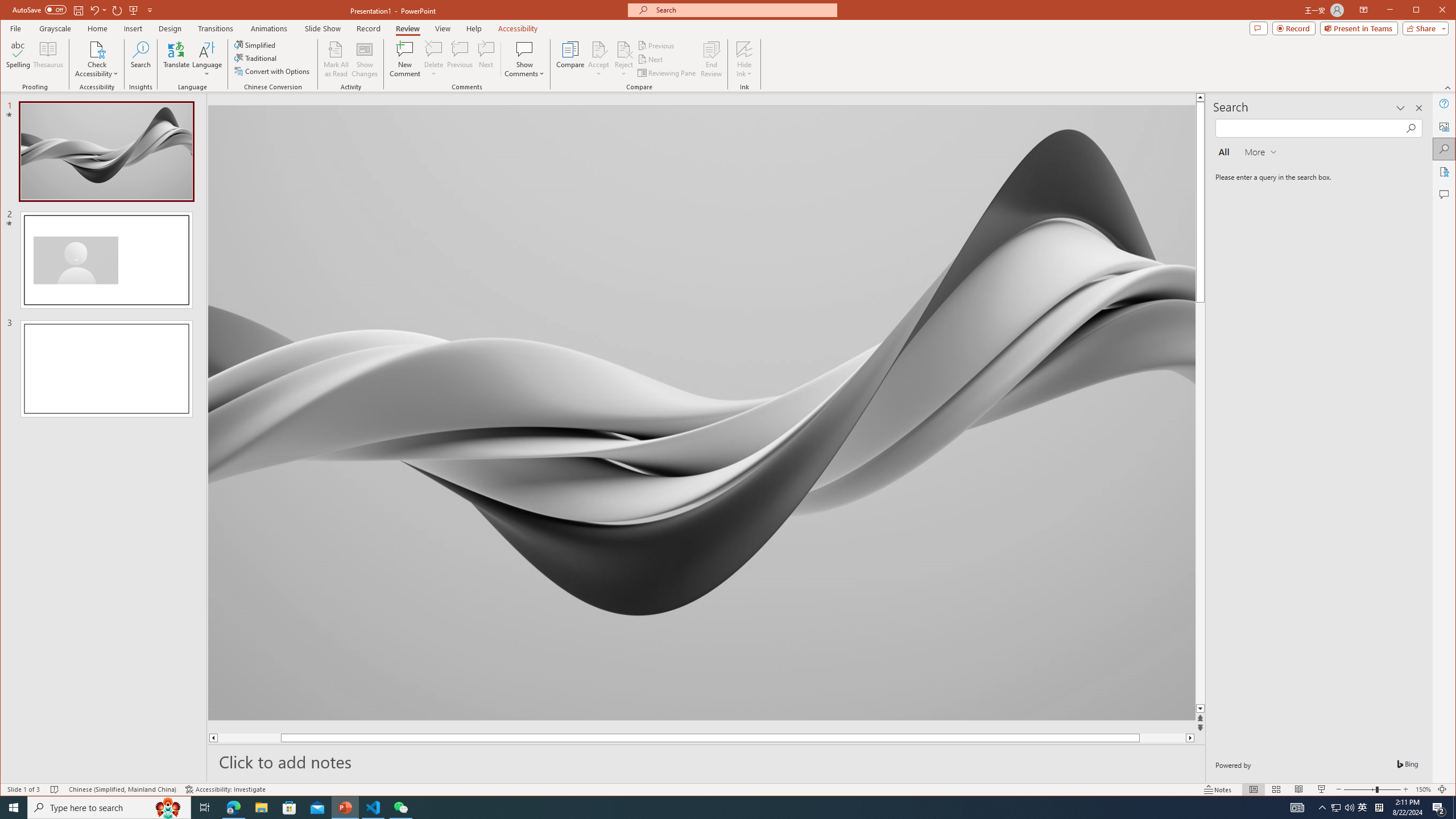 The width and height of the screenshot is (1456, 819). I want to click on 'Show Changes', so click(365, 59).